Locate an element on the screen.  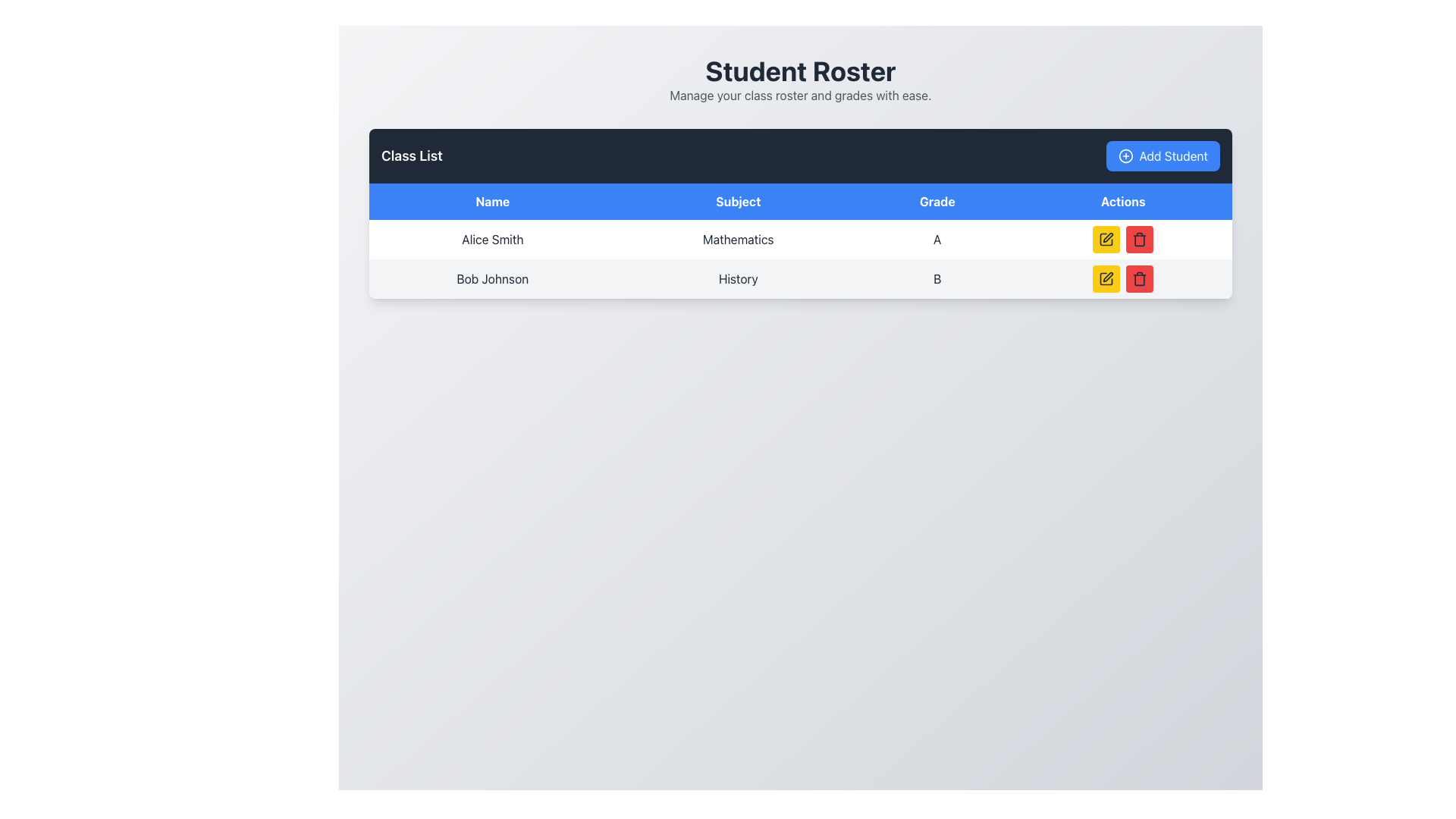
the trash can icon in the second row of the actions column is located at coordinates (1140, 278).